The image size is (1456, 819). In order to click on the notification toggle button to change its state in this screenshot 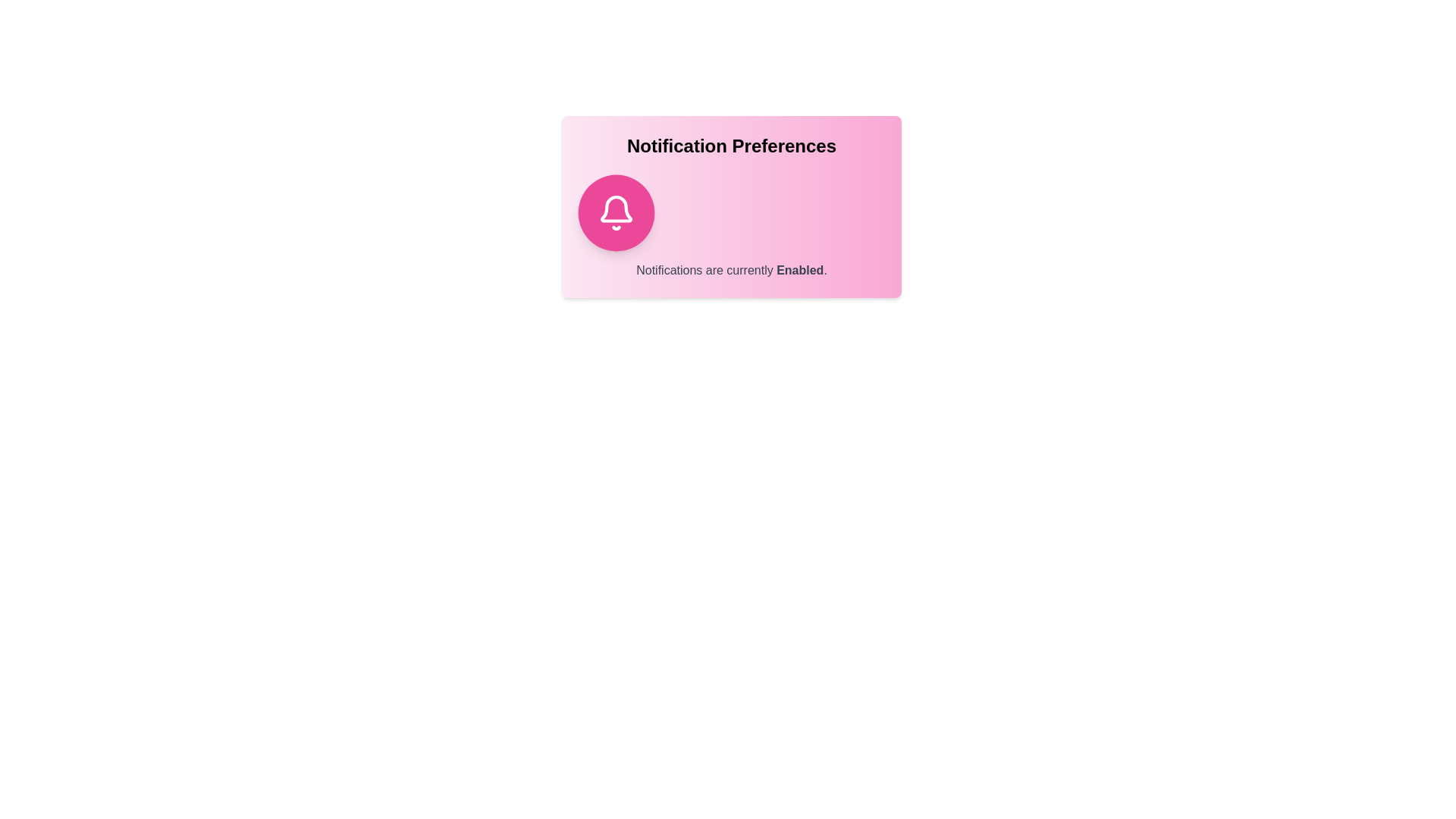, I will do `click(616, 213)`.